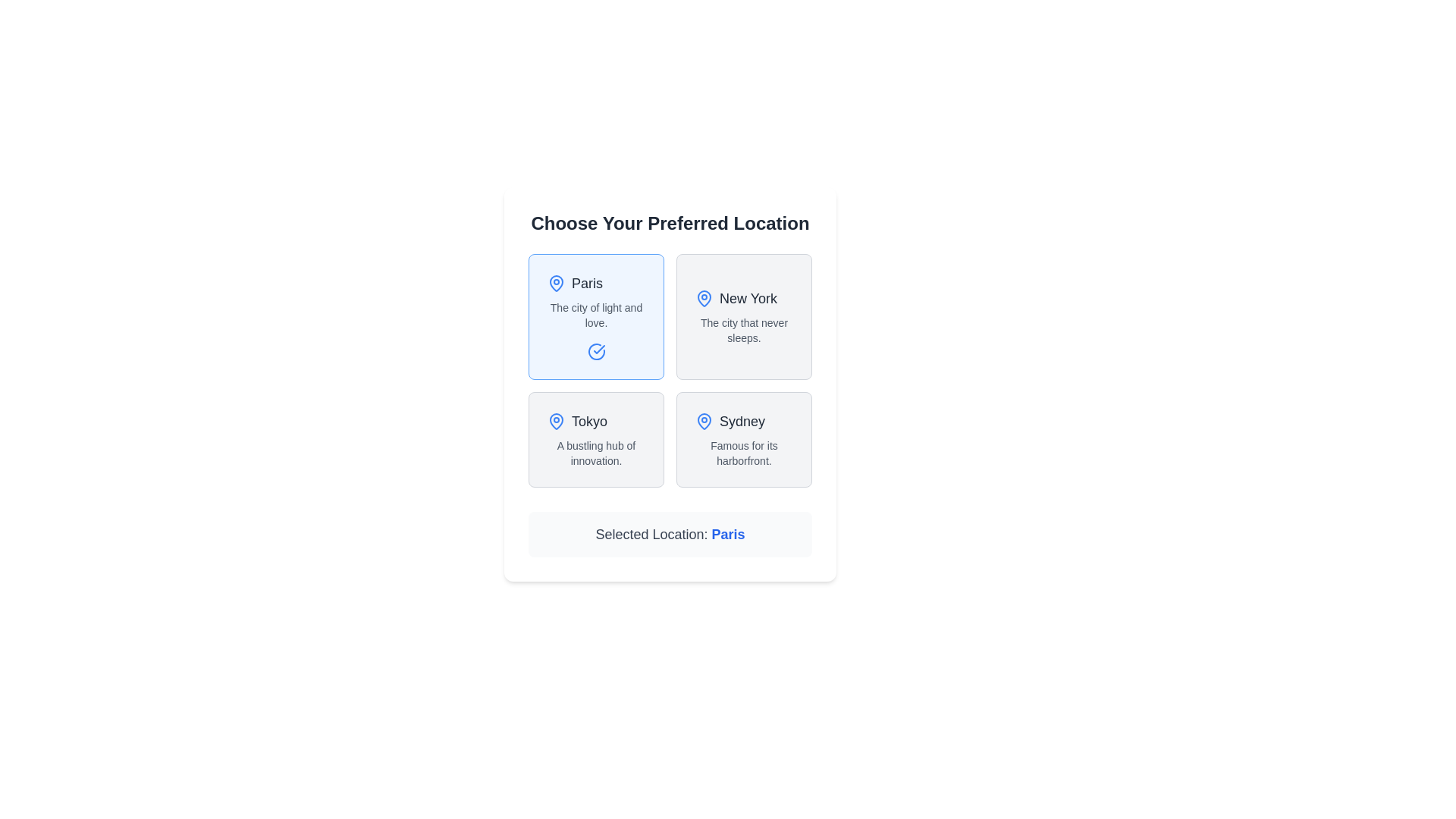 The height and width of the screenshot is (819, 1456). What do you see at coordinates (728, 534) in the screenshot?
I see `the text element displaying the currently selected location, which is part of the phrase 'Selected Location: Paris.'` at bounding box center [728, 534].